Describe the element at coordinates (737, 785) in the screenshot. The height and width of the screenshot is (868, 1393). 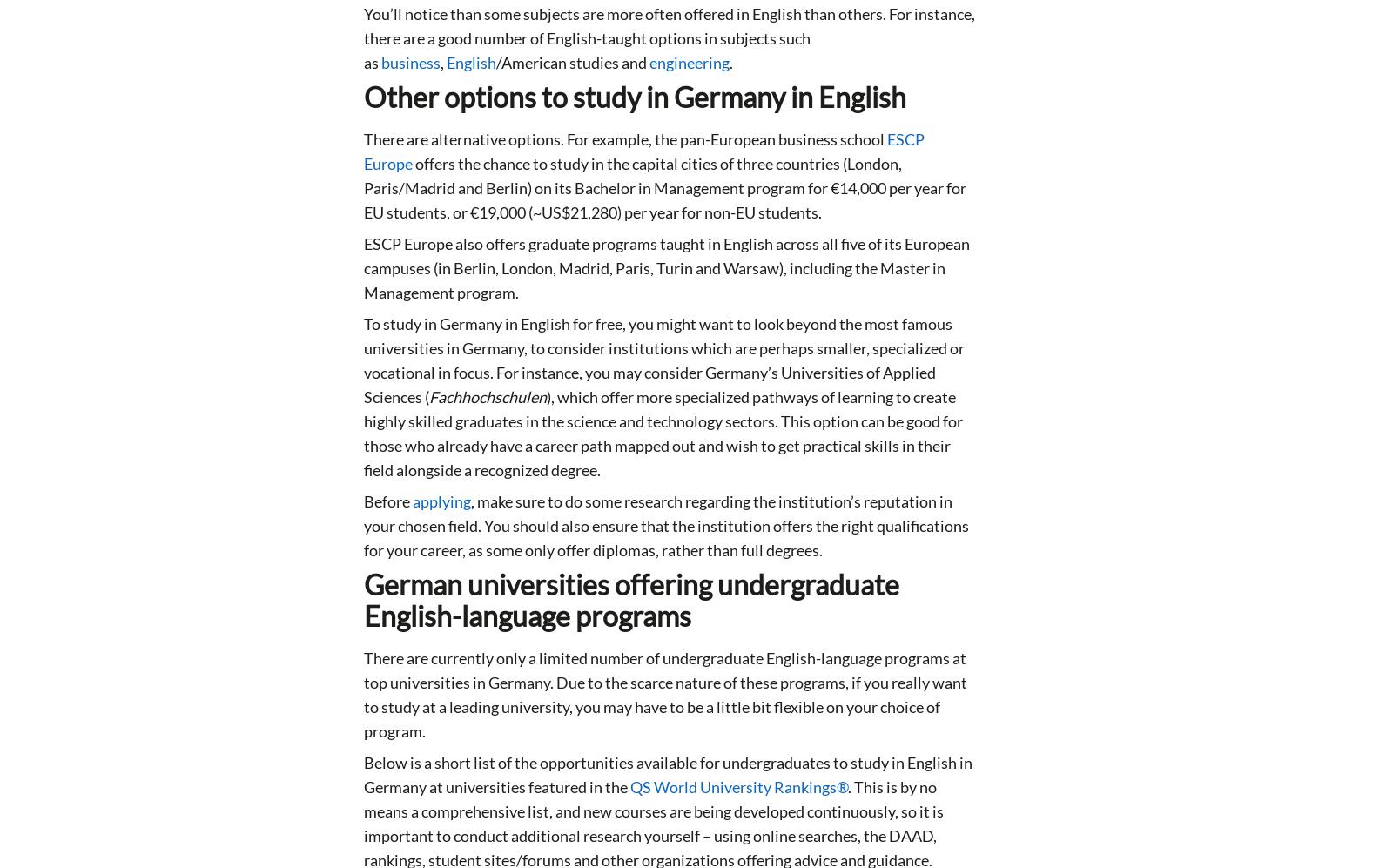
I see `'QS World University Rankings®'` at that location.